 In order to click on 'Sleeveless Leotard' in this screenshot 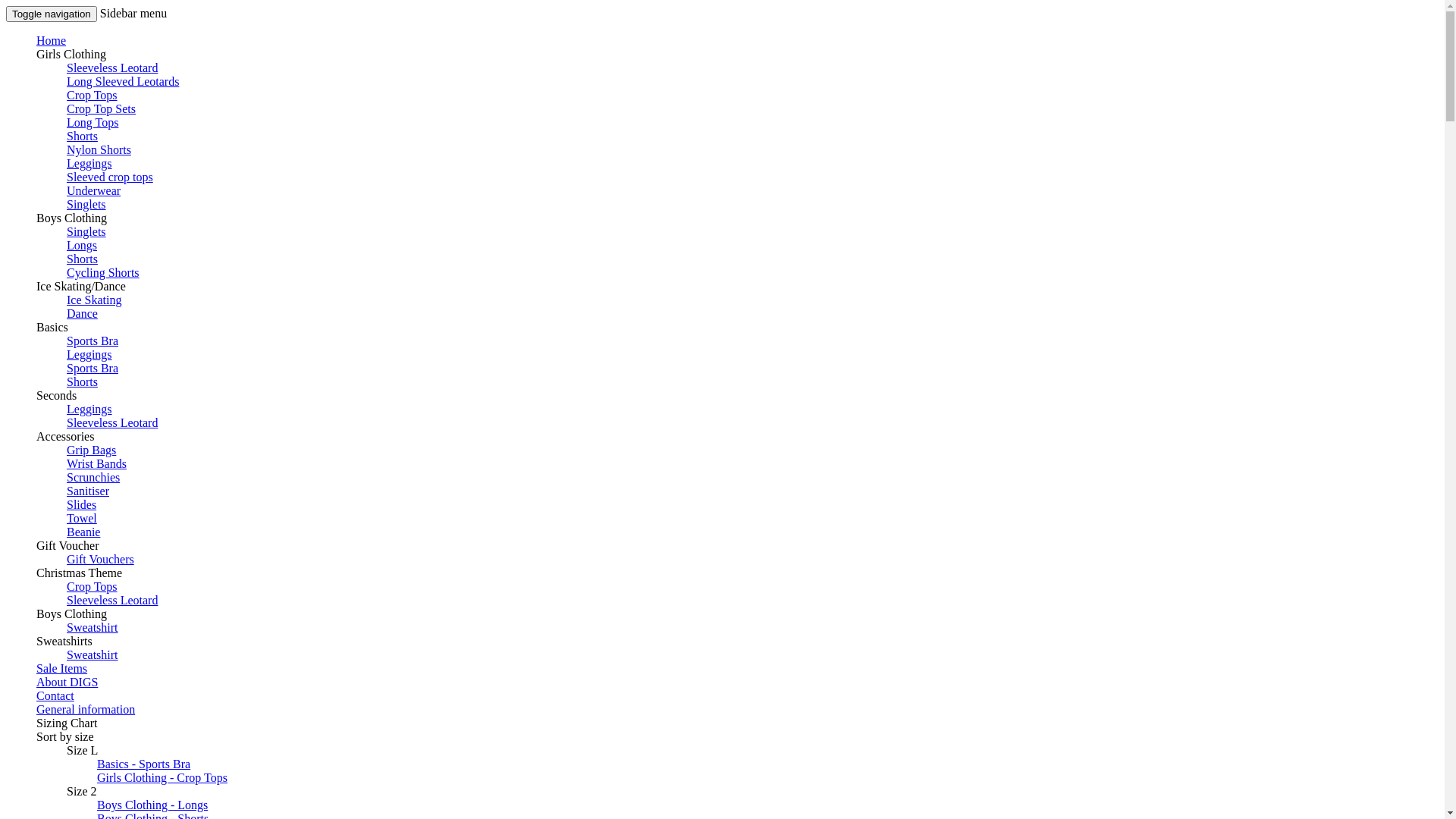, I will do `click(111, 599)`.